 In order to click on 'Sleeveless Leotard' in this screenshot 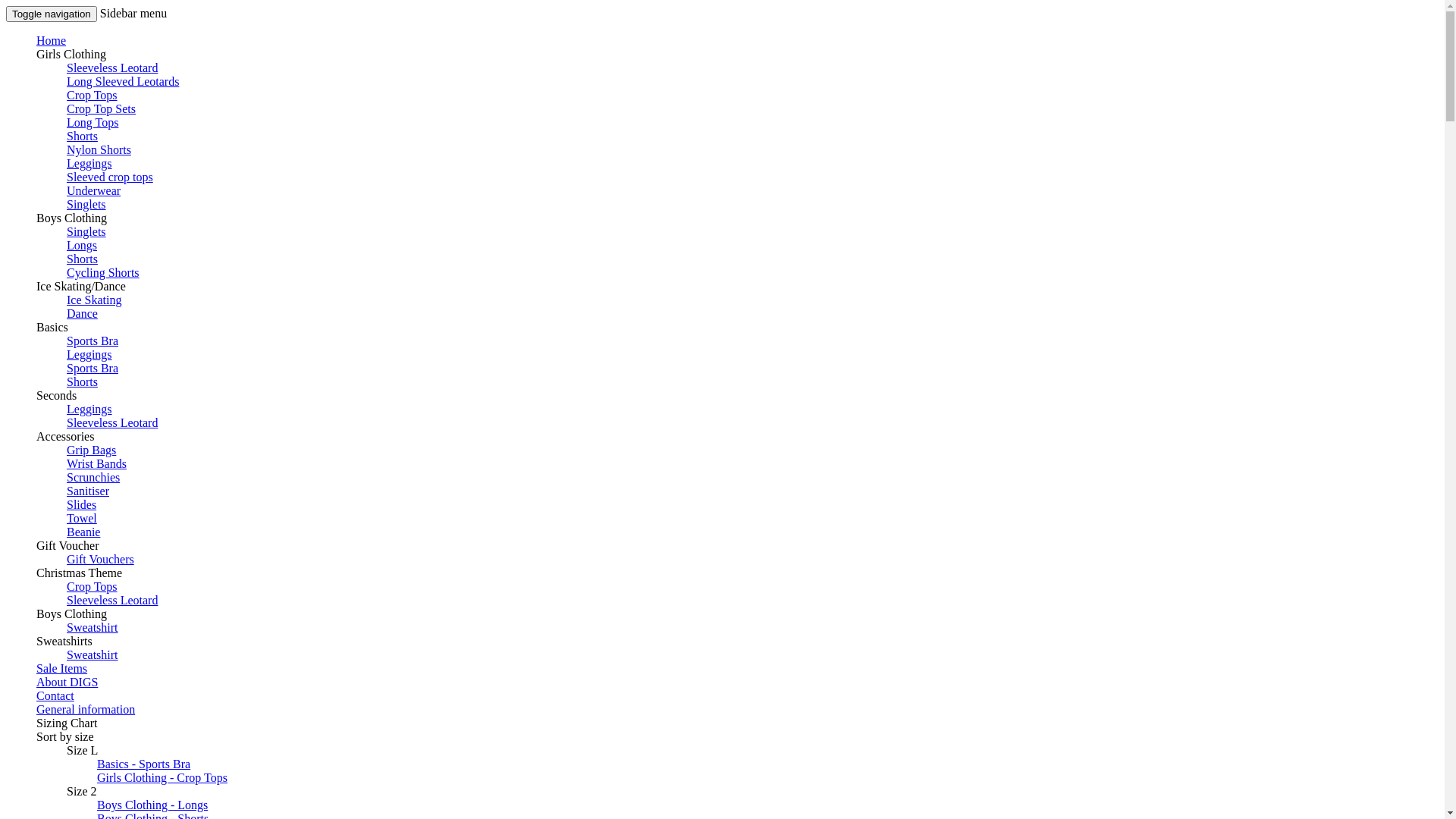, I will do `click(111, 599)`.